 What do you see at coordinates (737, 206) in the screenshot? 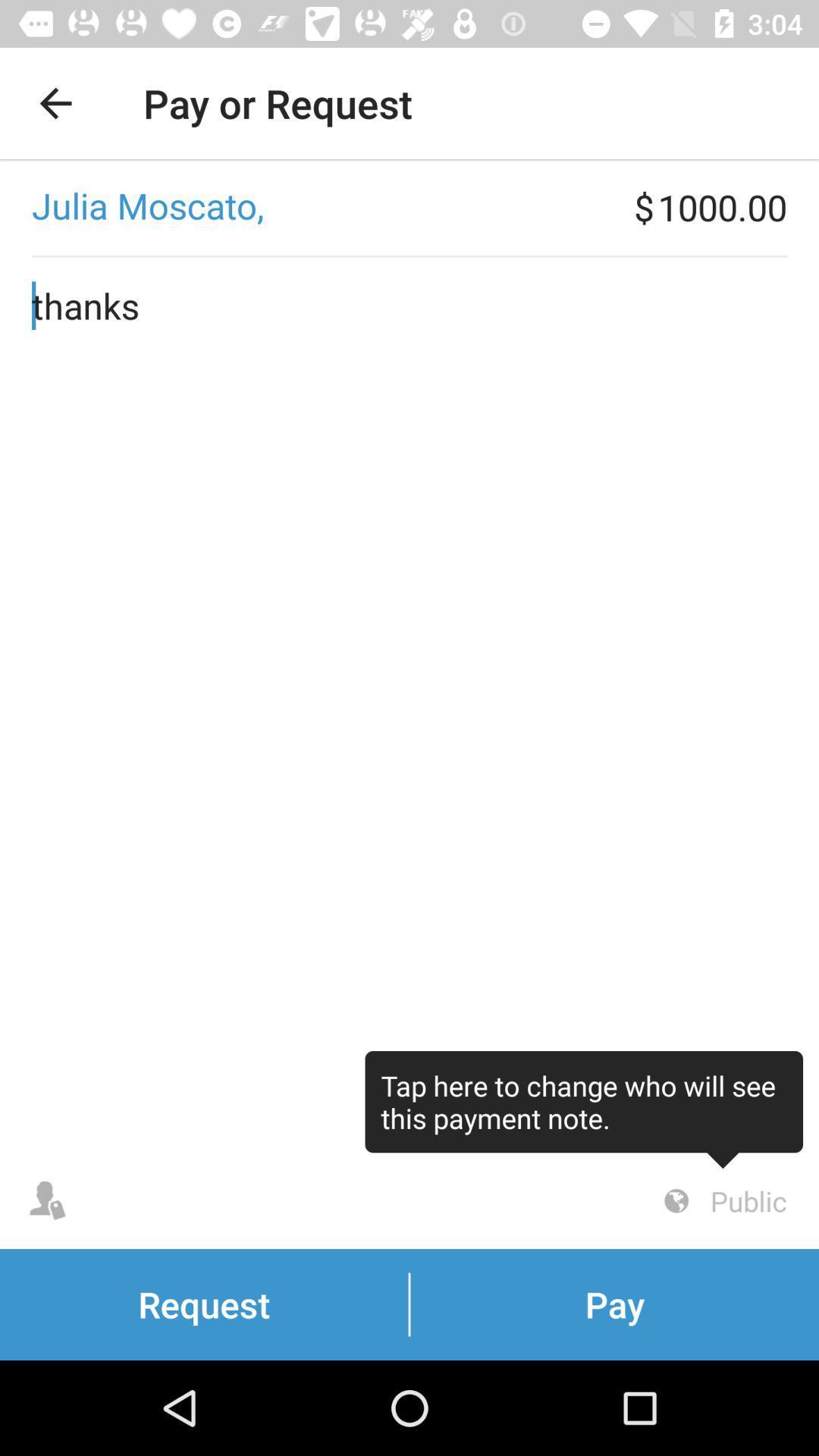
I see `the item to the right of the $ item` at bounding box center [737, 206].